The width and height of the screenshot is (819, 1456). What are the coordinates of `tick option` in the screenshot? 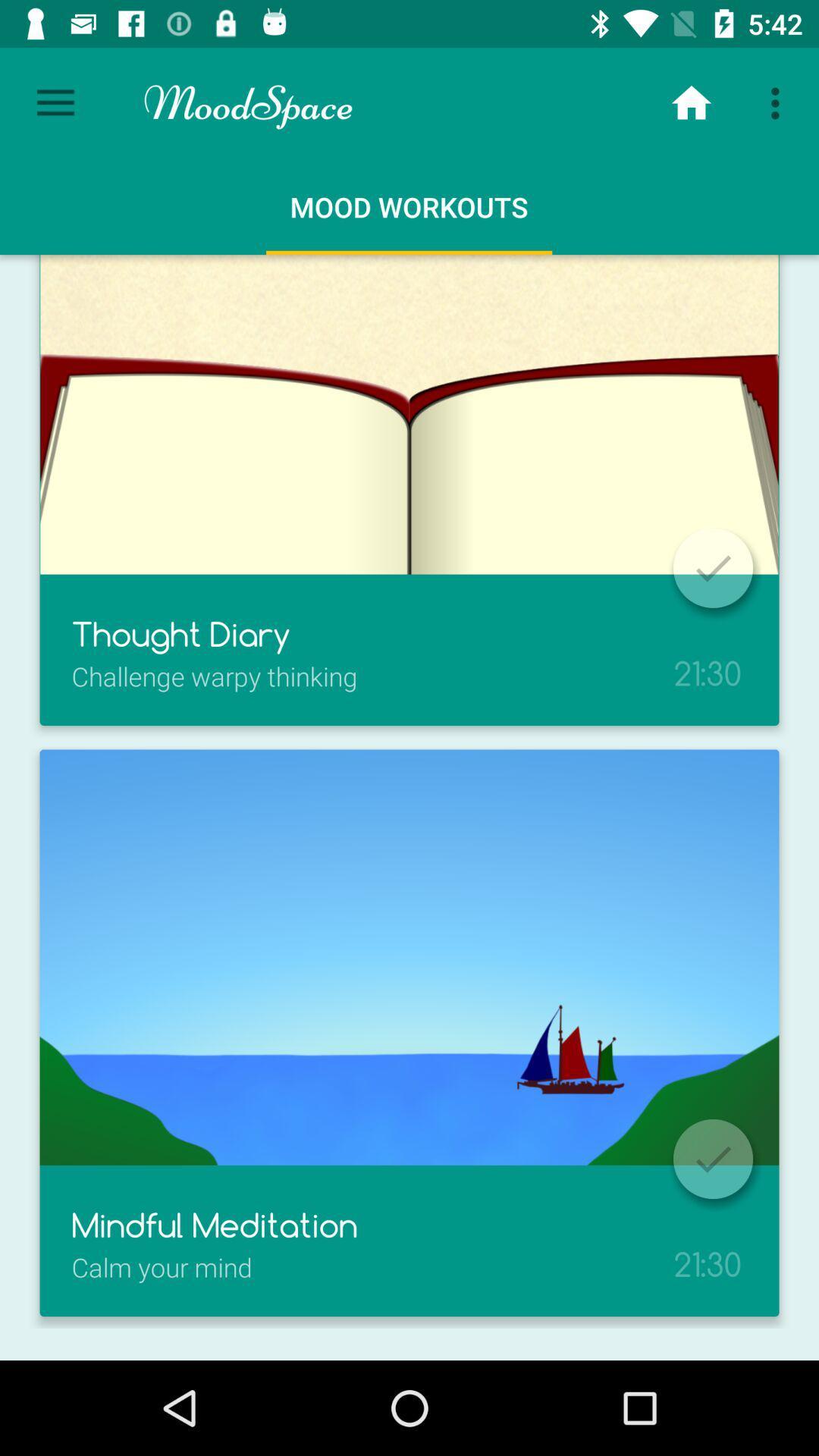 It's located at (713, 1158).